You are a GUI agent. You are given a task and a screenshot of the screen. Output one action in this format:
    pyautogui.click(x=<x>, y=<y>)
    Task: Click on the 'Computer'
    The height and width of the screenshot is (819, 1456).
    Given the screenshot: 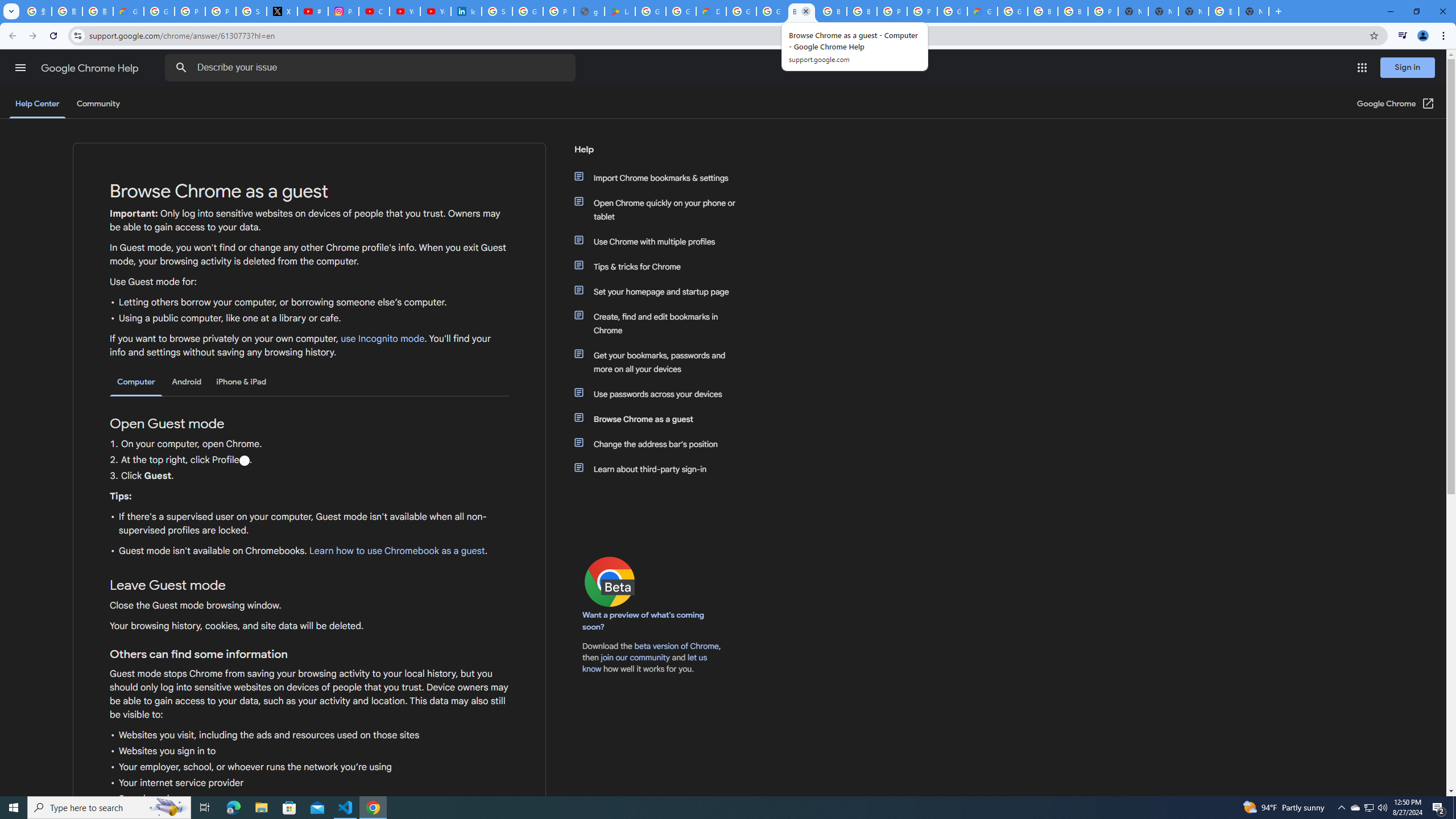 What is the action you would take?
    pyautogui.click(x=136, y=382)
    